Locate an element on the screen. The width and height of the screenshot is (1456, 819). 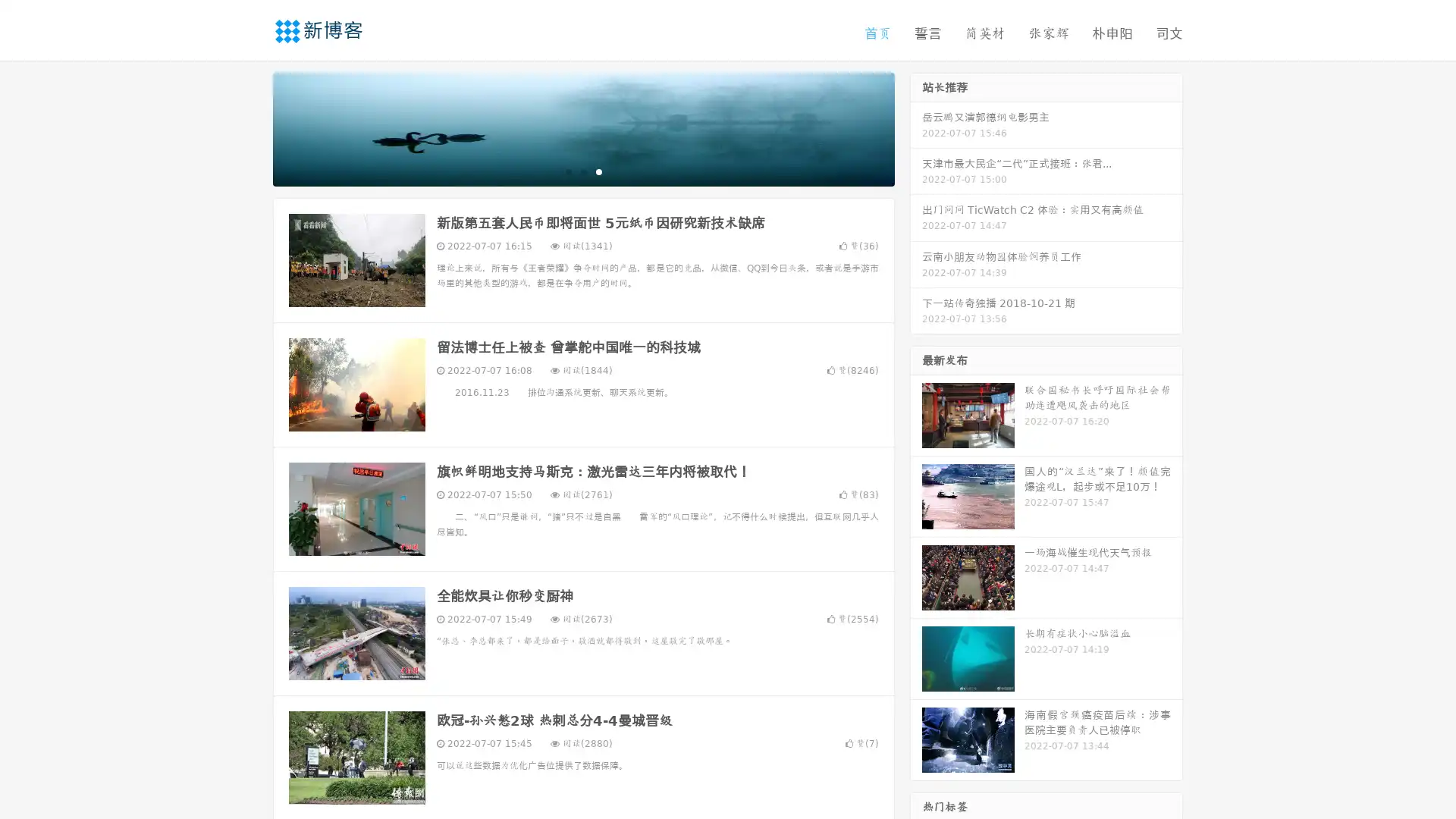
Go to slide 2 is located at coordinates (582, 171).